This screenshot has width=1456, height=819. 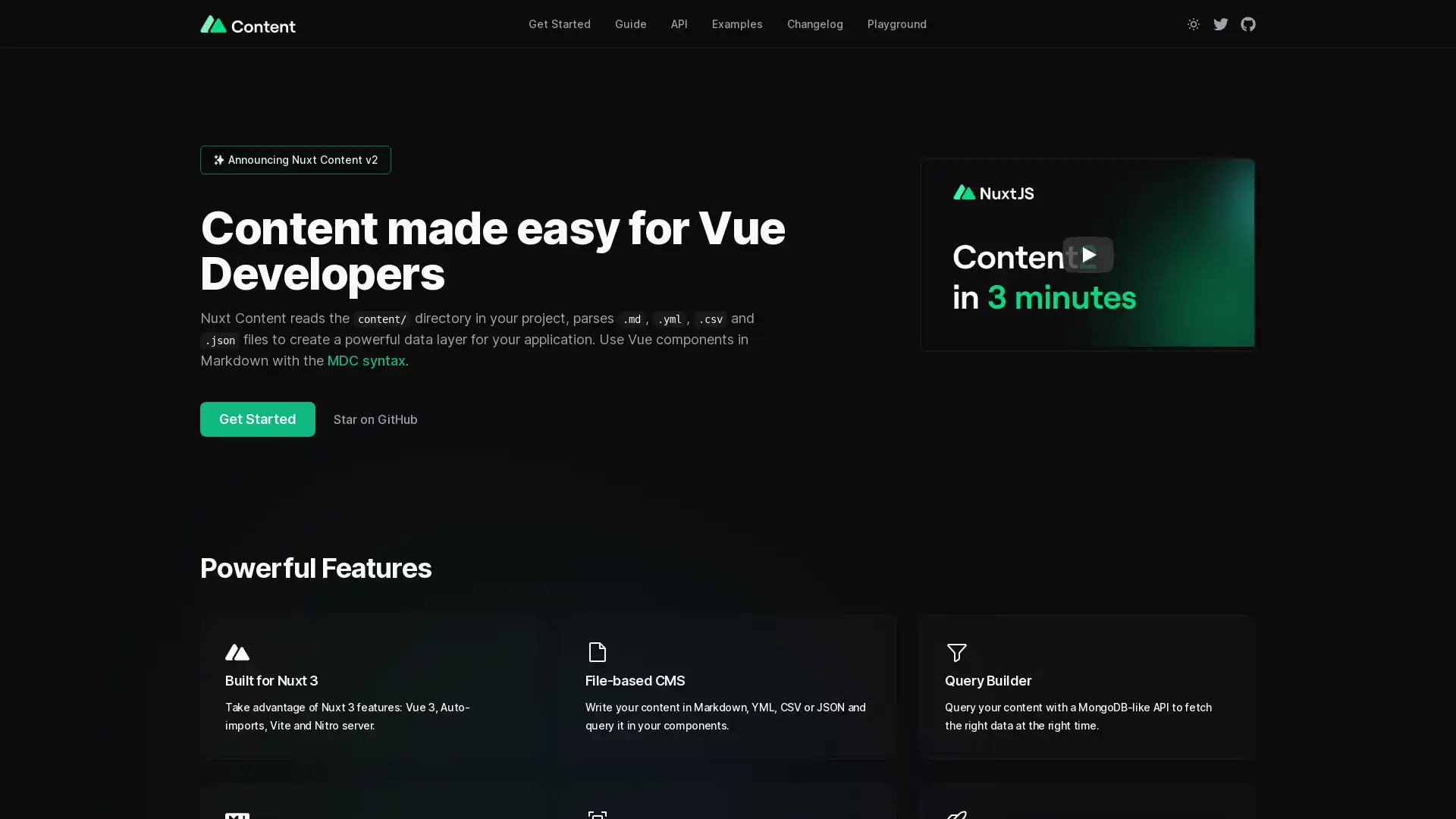 What do you see at coordinates (1193, 23) in the screenshot?
I see `Color Mode` at bounding box center [1193, 23].